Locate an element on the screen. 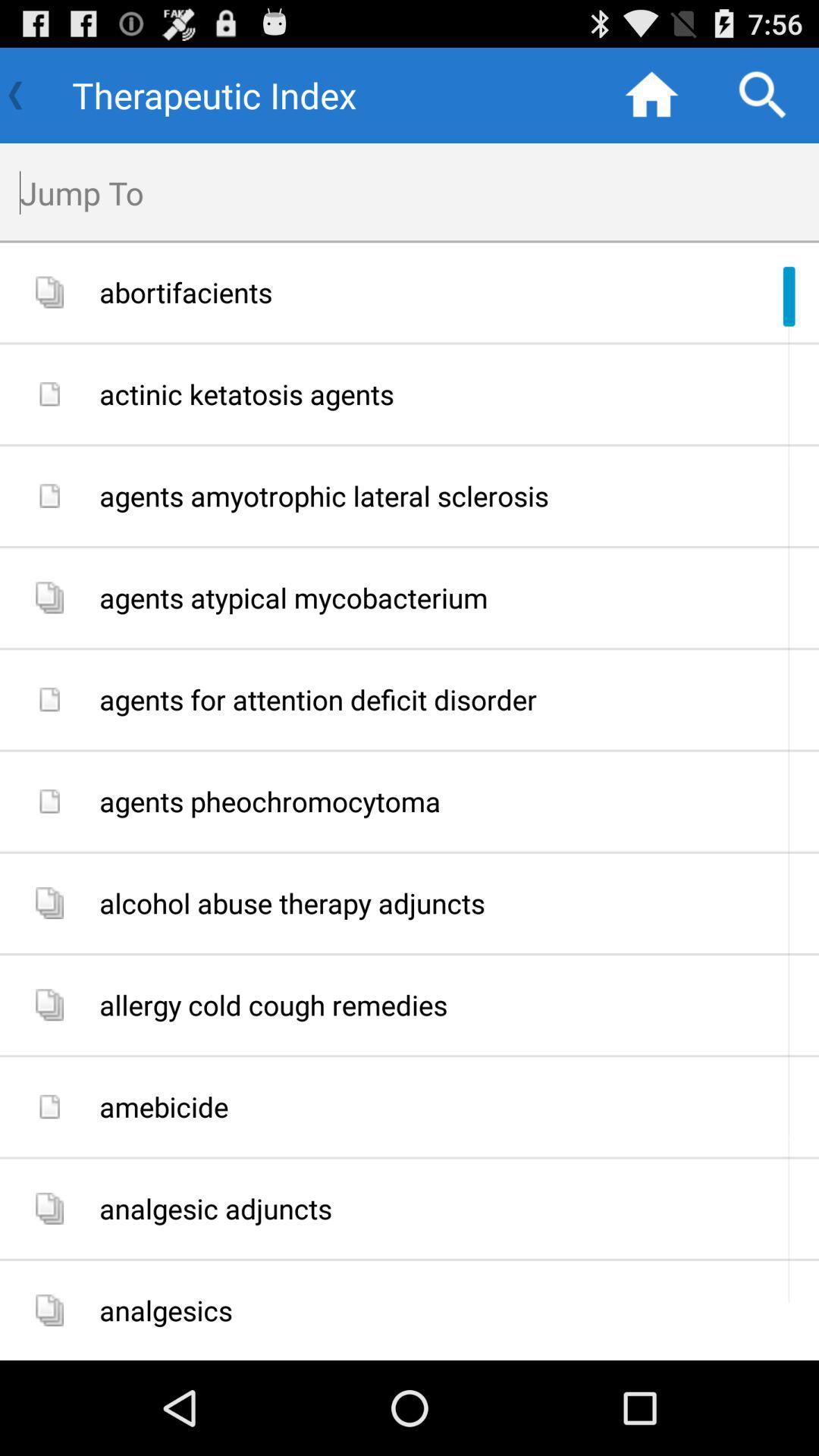  the agents pheochromocytoma app is located at coordinates (453, 801).